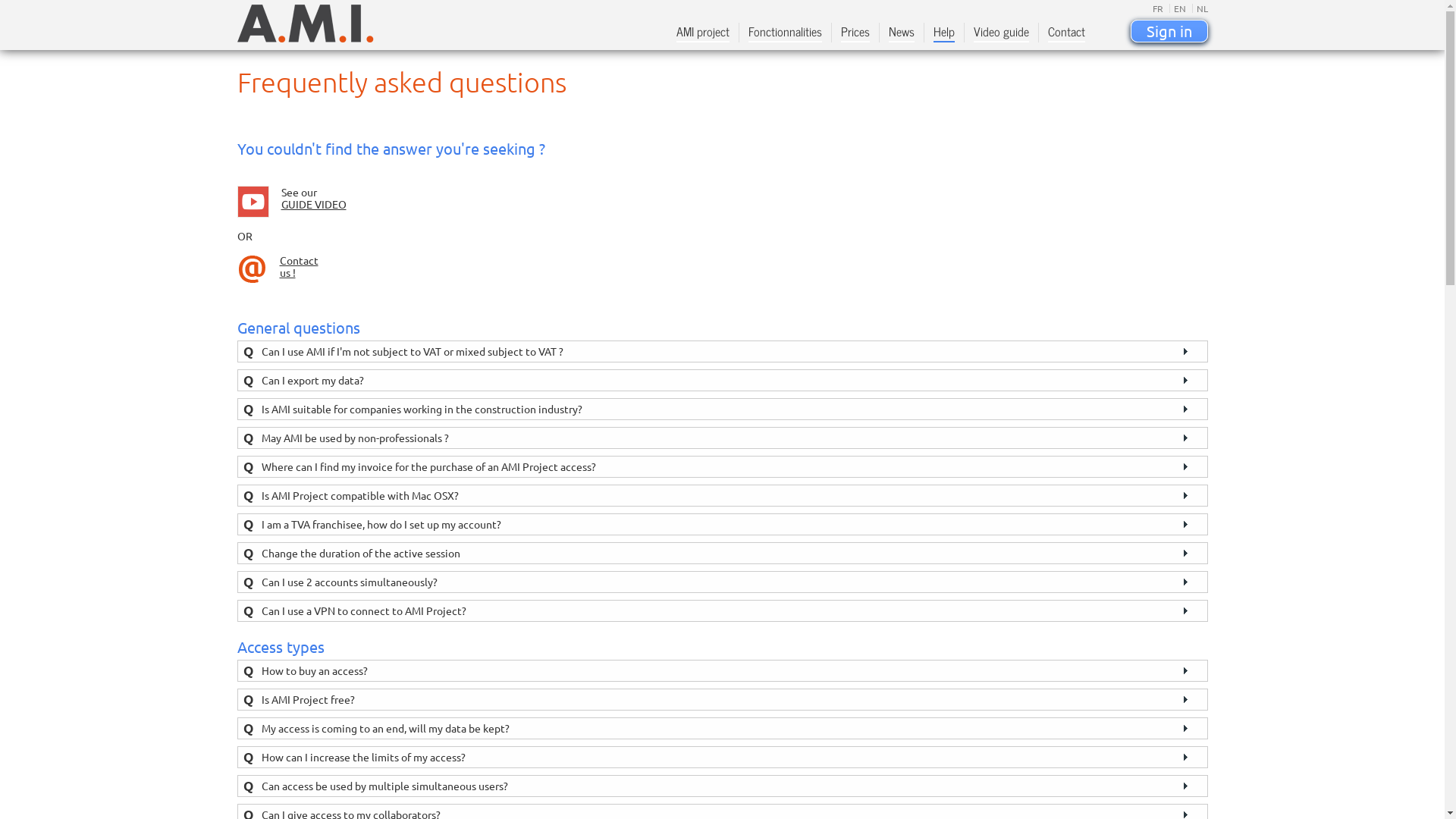 This screenshot has height=819, width=1456. Describe the element at coordinates (236, 201) in the screenshot. I see `'ami project video guide'` at that location.